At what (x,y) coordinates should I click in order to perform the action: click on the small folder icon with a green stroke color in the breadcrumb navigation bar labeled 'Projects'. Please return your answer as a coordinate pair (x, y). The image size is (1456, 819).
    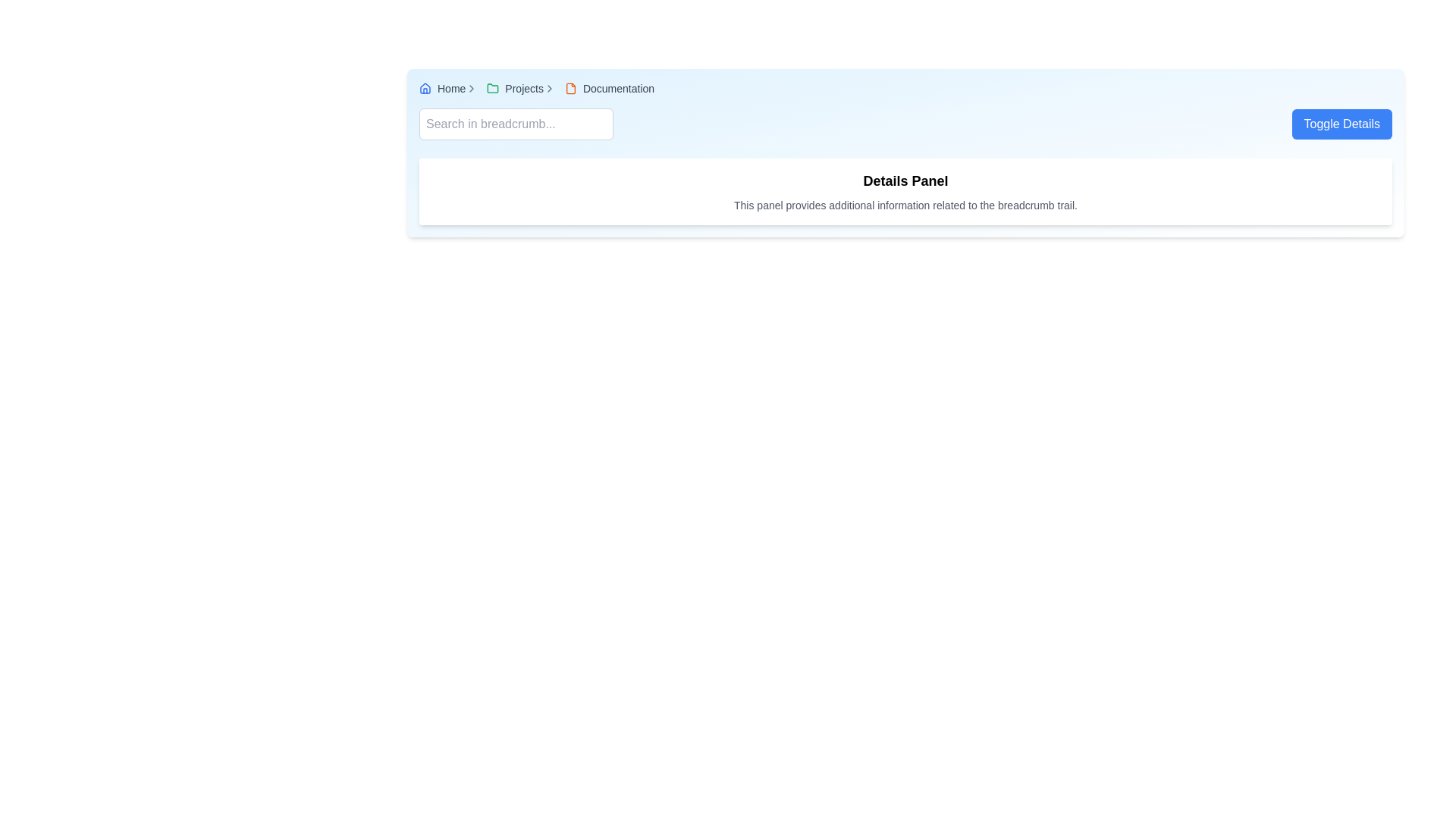
    Looking at the image, I should click on (493, 88).